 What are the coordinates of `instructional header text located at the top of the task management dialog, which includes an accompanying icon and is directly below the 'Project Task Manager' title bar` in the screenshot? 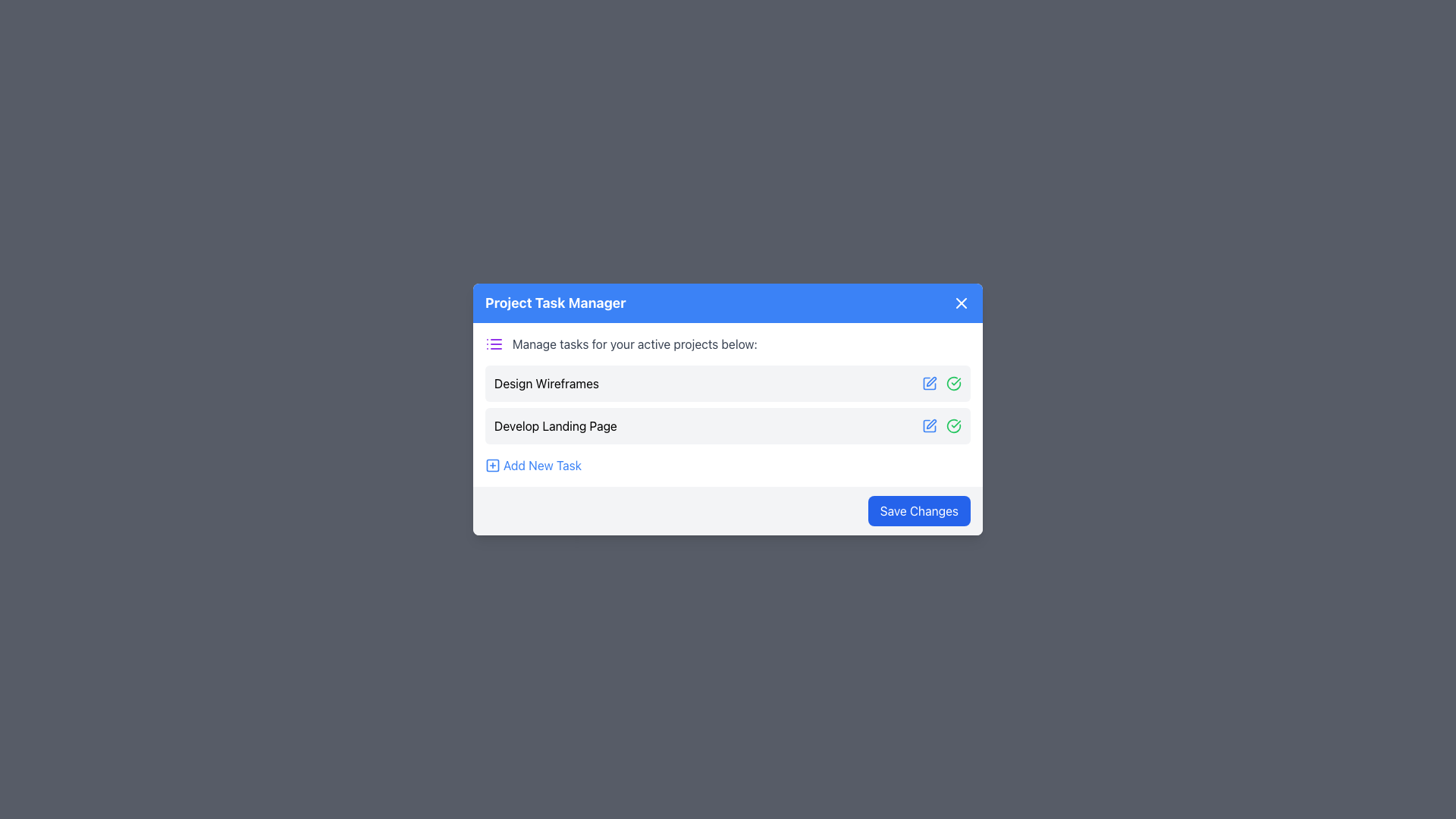 It's located at (728, 344).